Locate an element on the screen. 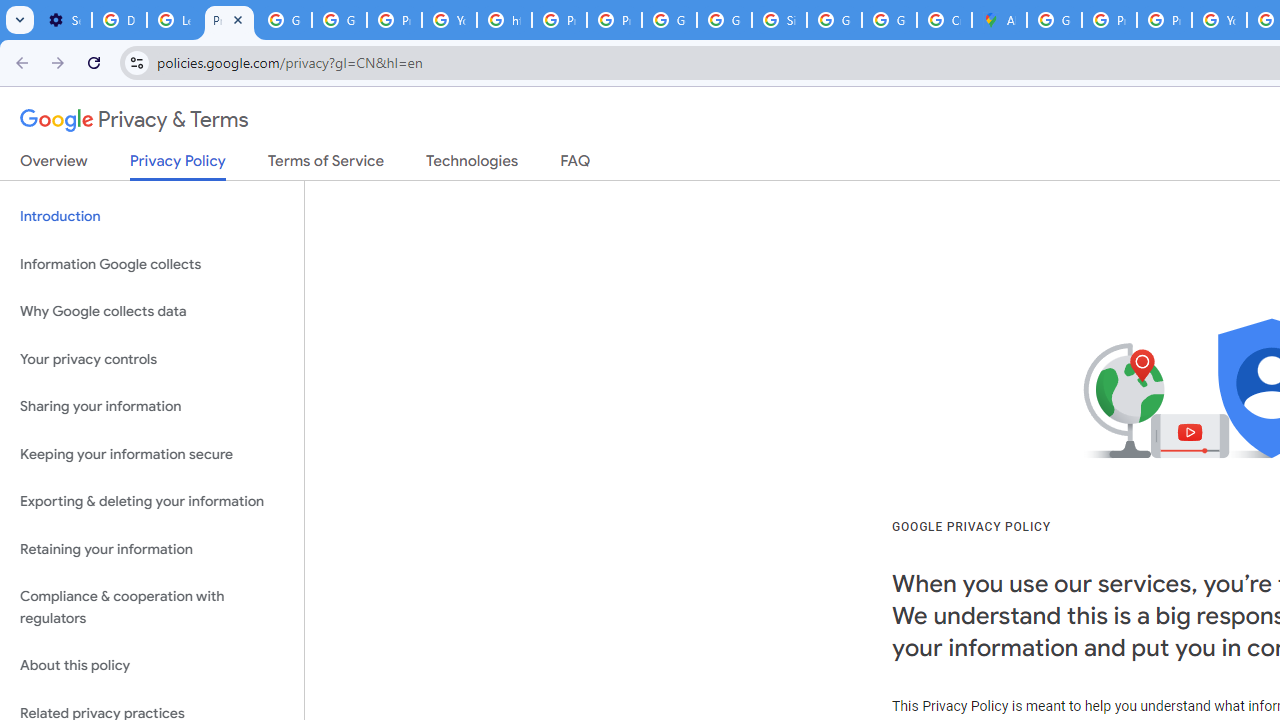 The width and height of the screenshot is (1280, 720). 'Sign in - Google Accounts' is located at coordinates (778, 20).